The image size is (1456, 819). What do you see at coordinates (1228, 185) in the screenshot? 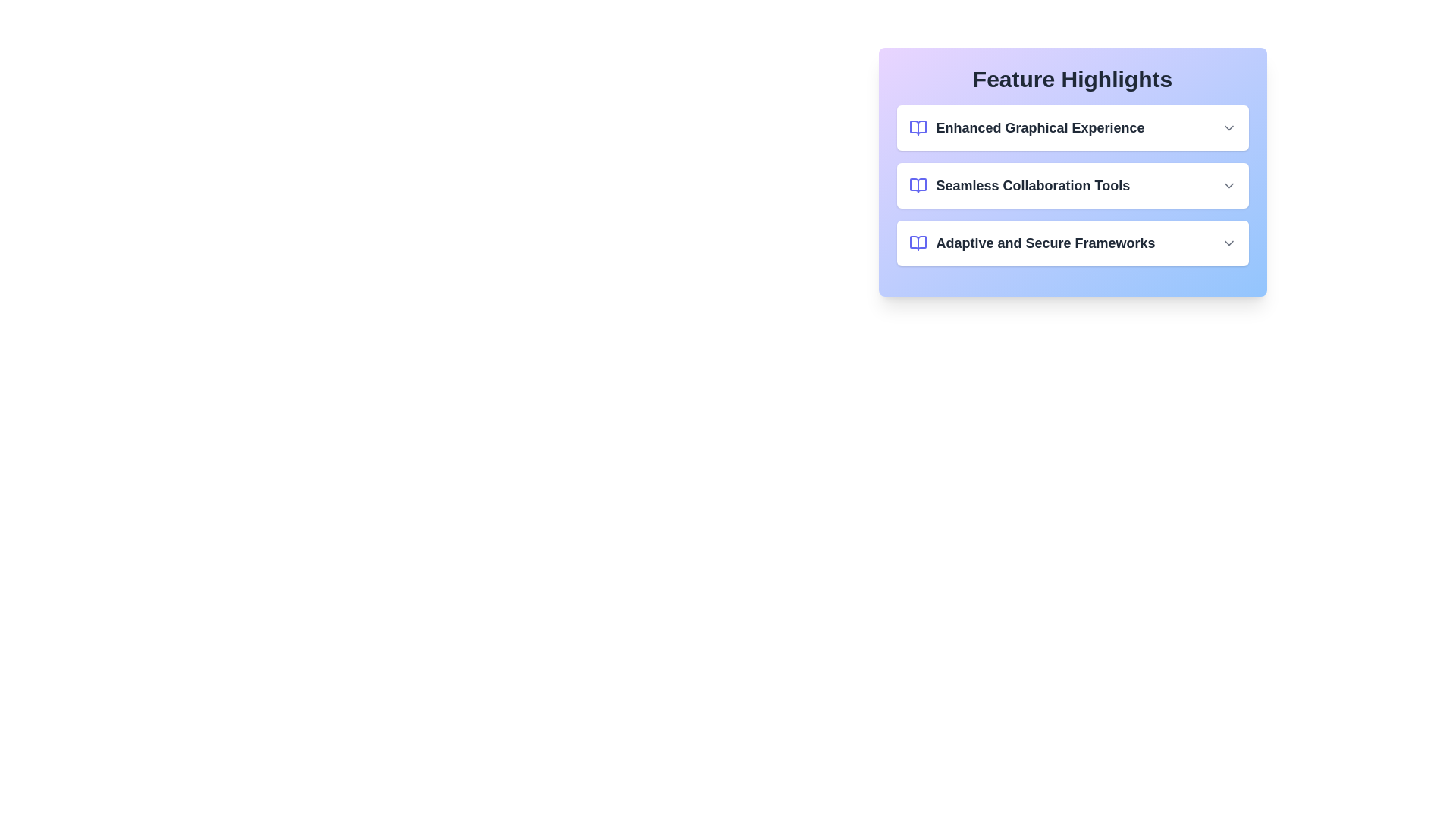
I see `the chevron-down icon located to the far right of the 'Seamless Collaboration Tools' list item, which is designed to indicate expandable content` at bounding box center [1228, 185].